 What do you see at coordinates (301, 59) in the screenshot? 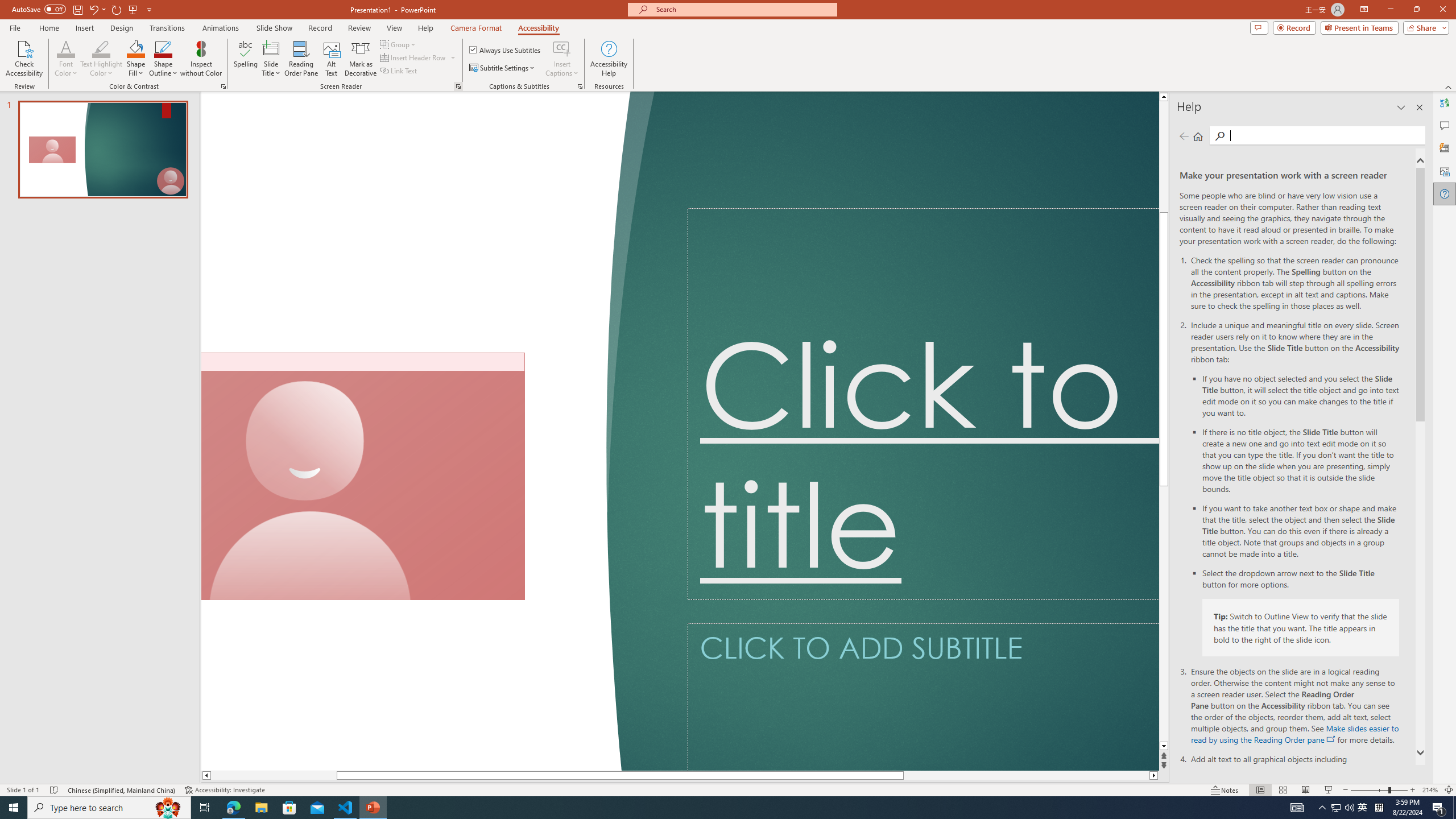
I see `'Reading Order Pane'` at bounding box center [301, 59].